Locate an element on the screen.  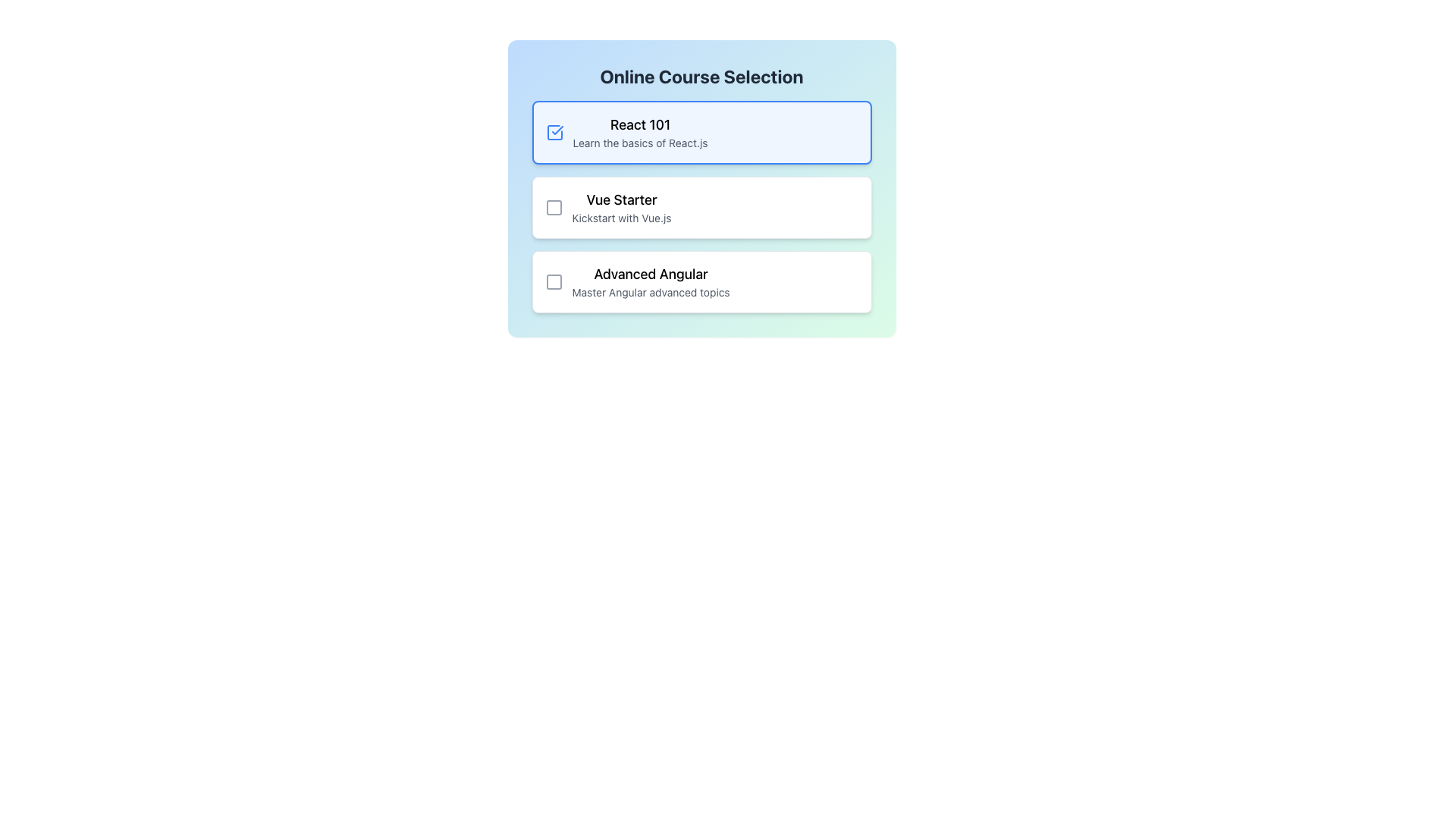
the selectable option for the 'Advanced Angular' course, which is the third item in the list, providing an overview and details about the course is located at coordinates (651, 281).